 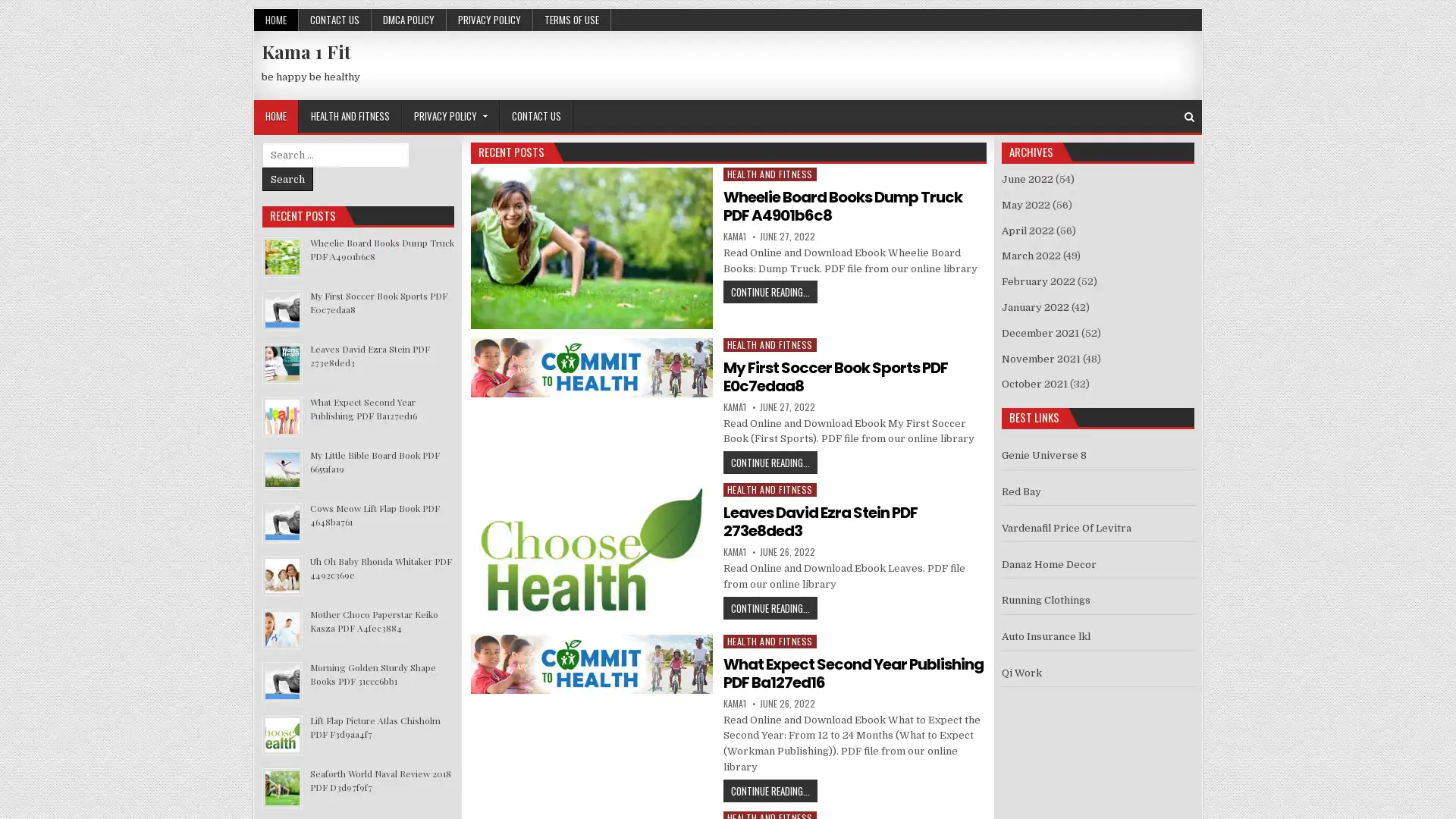 I want to click on Search, so click(x=287, y=178).